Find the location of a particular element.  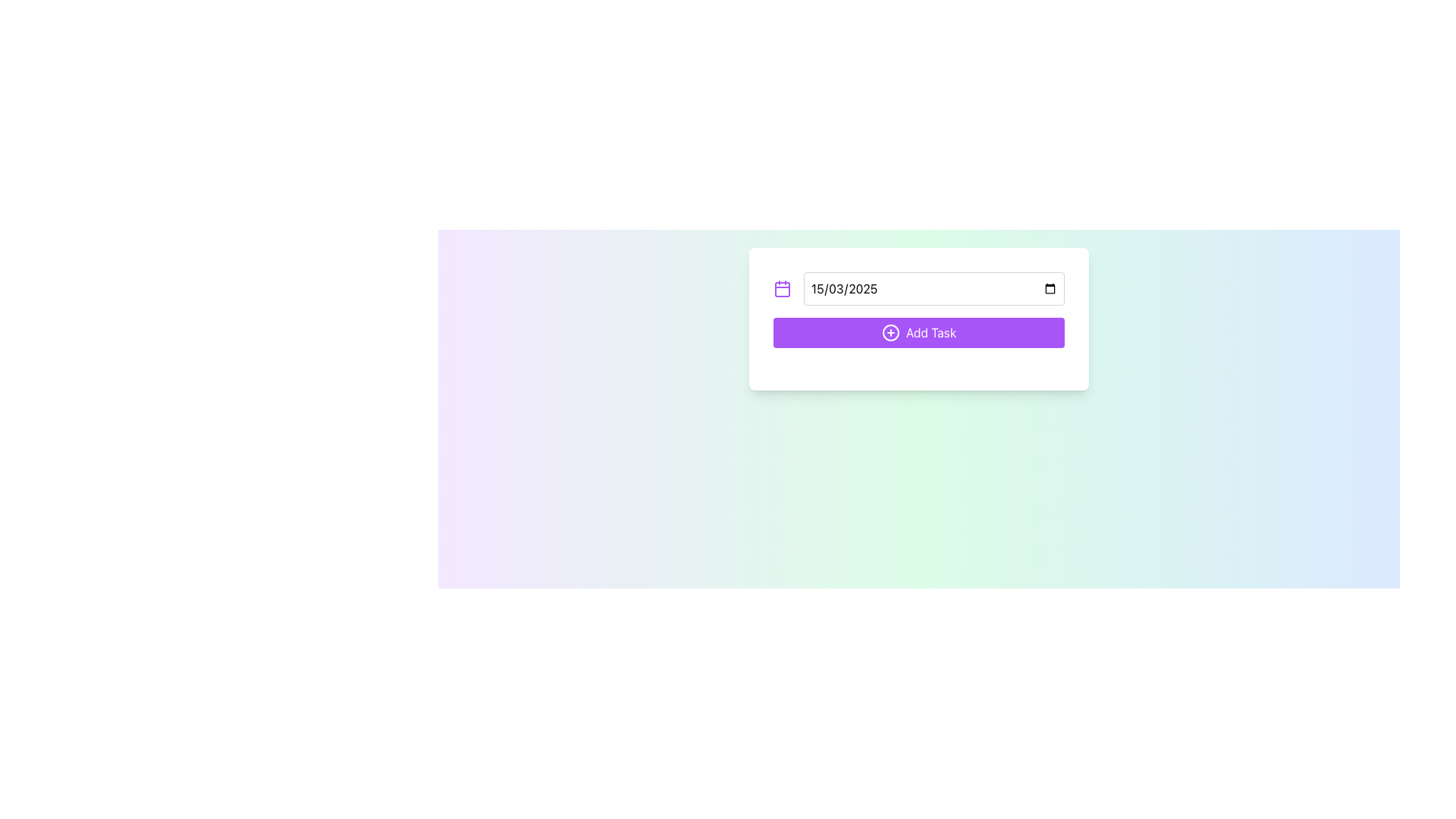

the decorative SVG rectangle component of the calendar icon located to the left of the date entry field is located at coordinates (783, 289).